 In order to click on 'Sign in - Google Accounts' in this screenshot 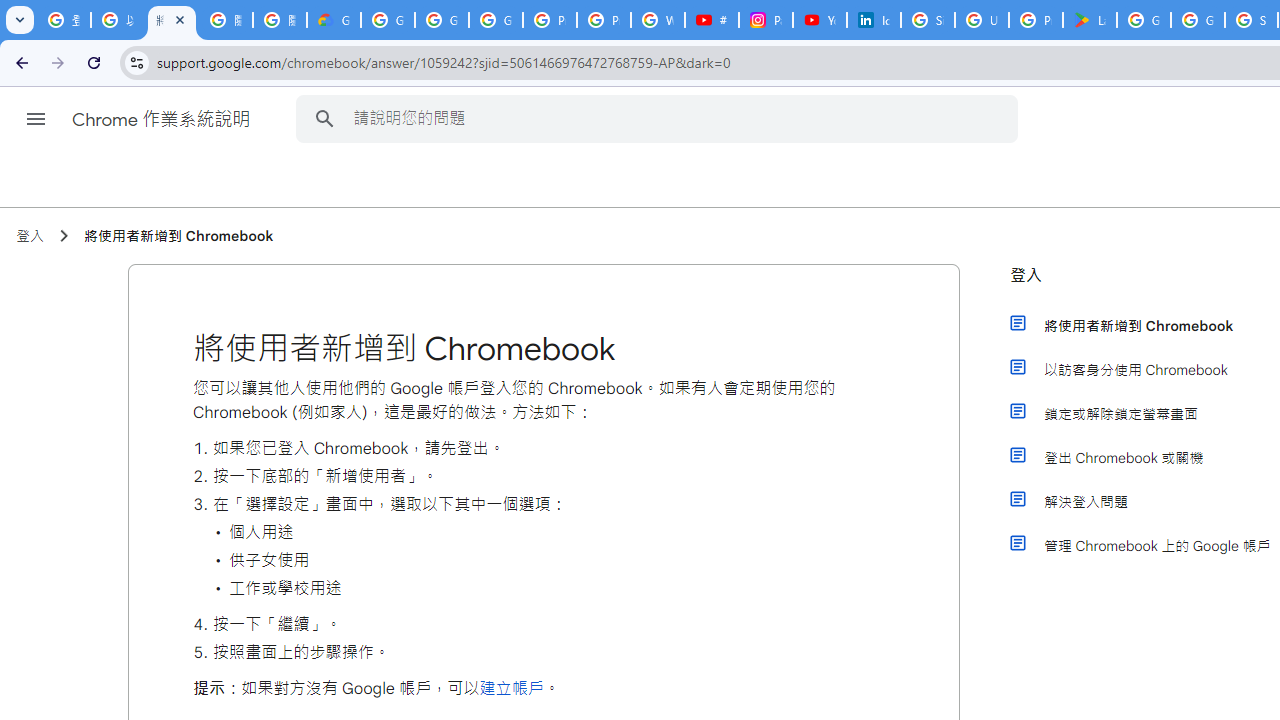, I will do `click(927, 20)`.